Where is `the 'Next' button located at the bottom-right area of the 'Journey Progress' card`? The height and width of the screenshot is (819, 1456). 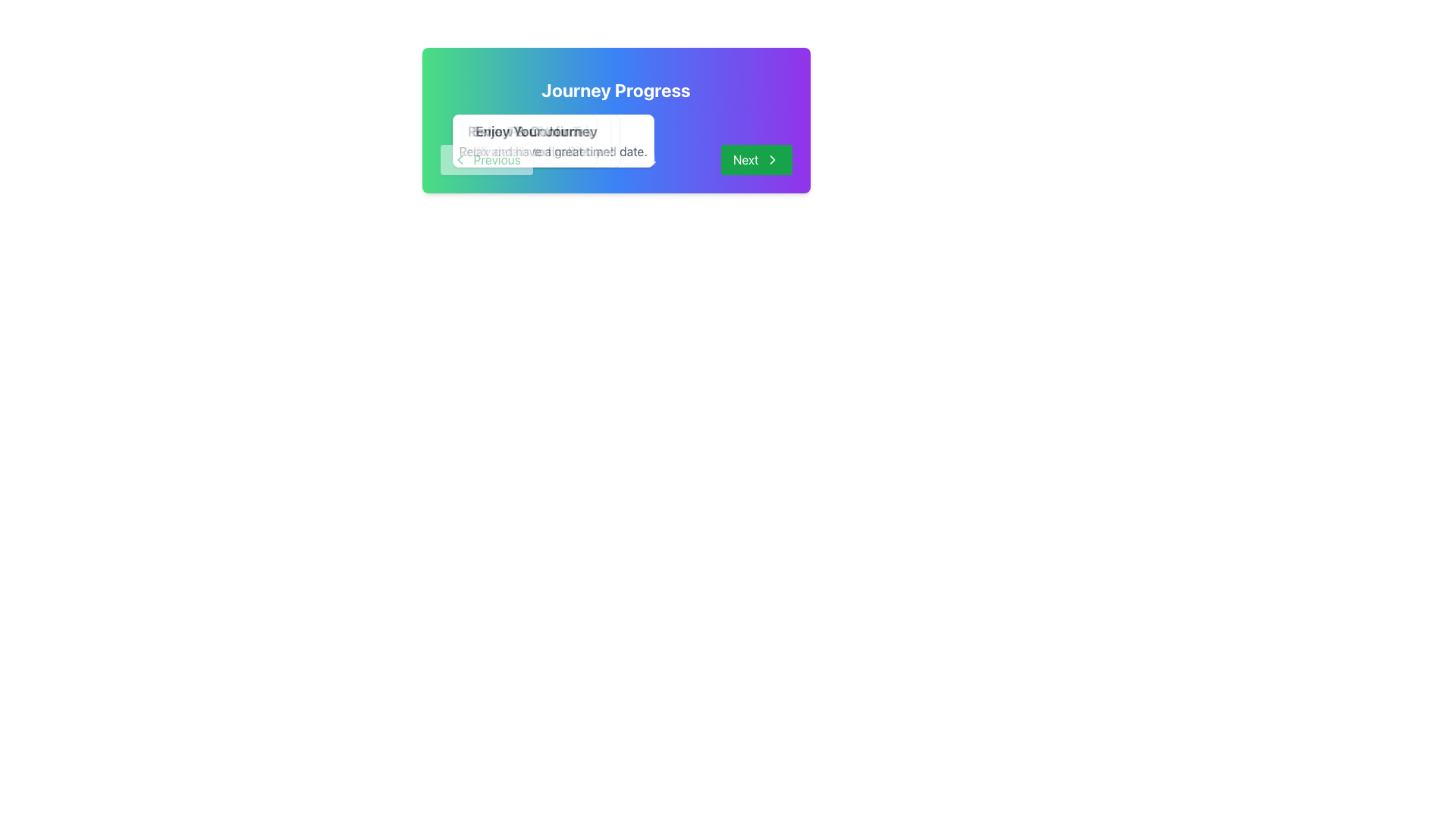
the 'Next' button located at the bottom-right area of the 'Journey Progress' card is located at coordinates (772, 160).